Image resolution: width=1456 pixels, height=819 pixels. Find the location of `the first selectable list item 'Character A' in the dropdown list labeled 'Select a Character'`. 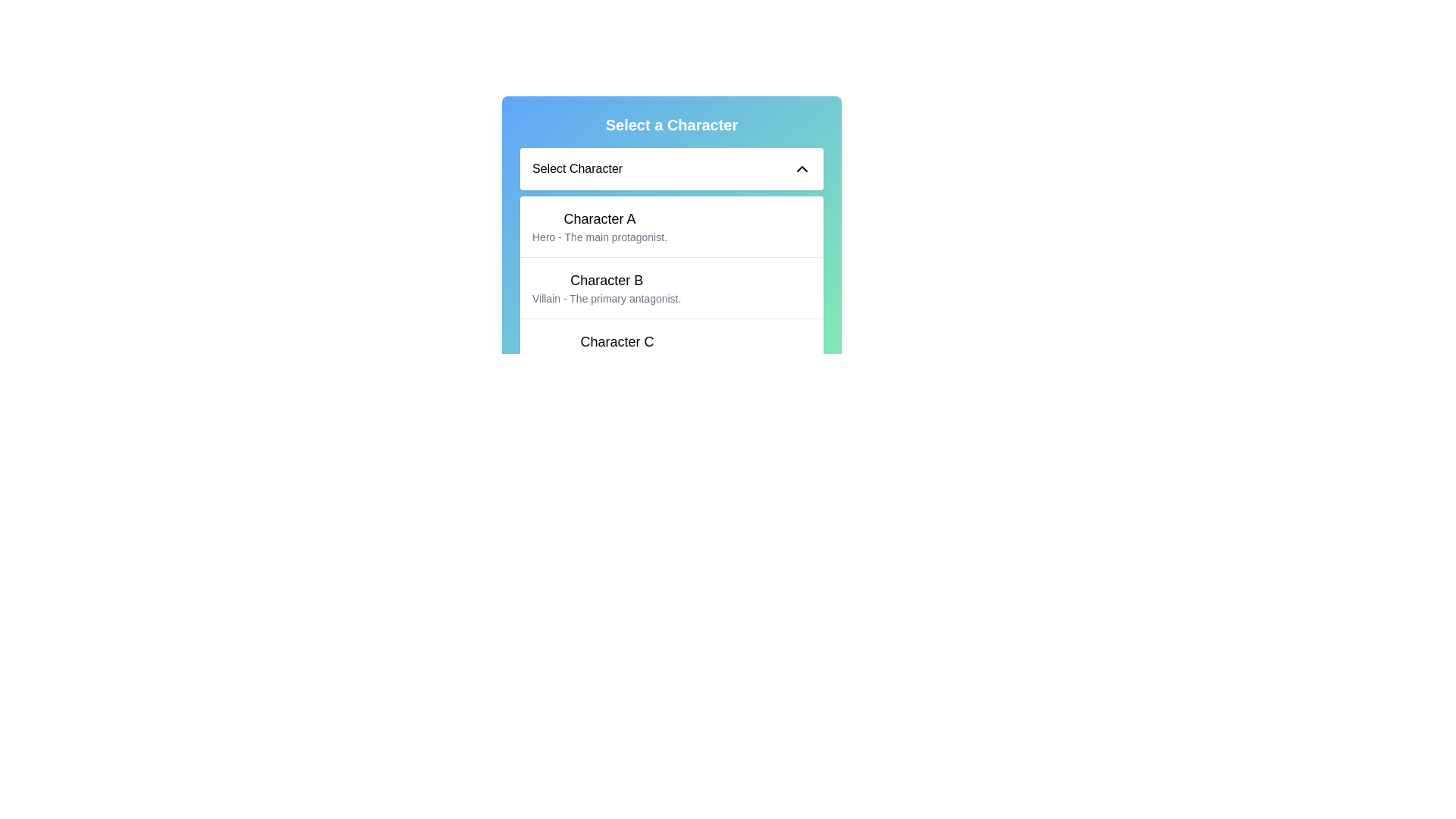

the first selectable list item 'Character A' in the dropdown list labeled 'Select a Character' is located at coordinates (671, 246).